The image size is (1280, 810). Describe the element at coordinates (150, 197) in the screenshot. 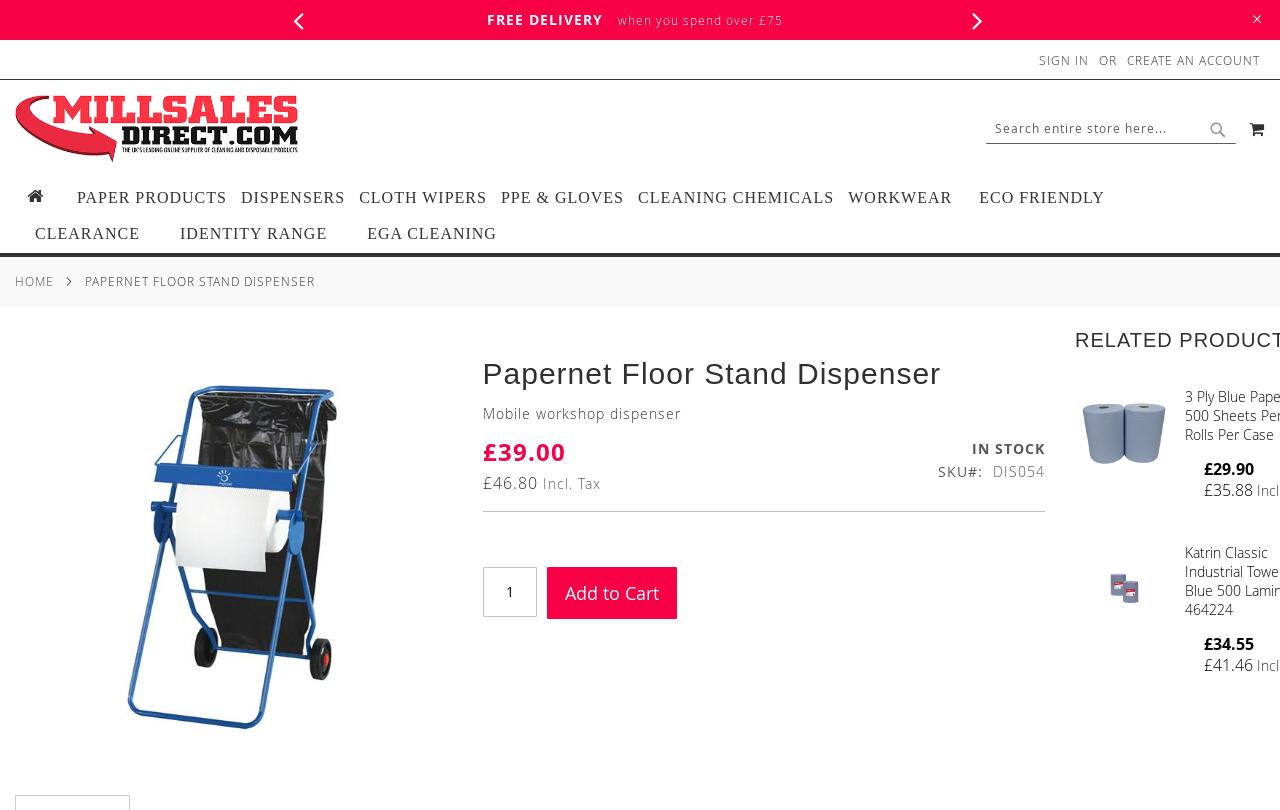

I see `'Paper Products'` at that location.